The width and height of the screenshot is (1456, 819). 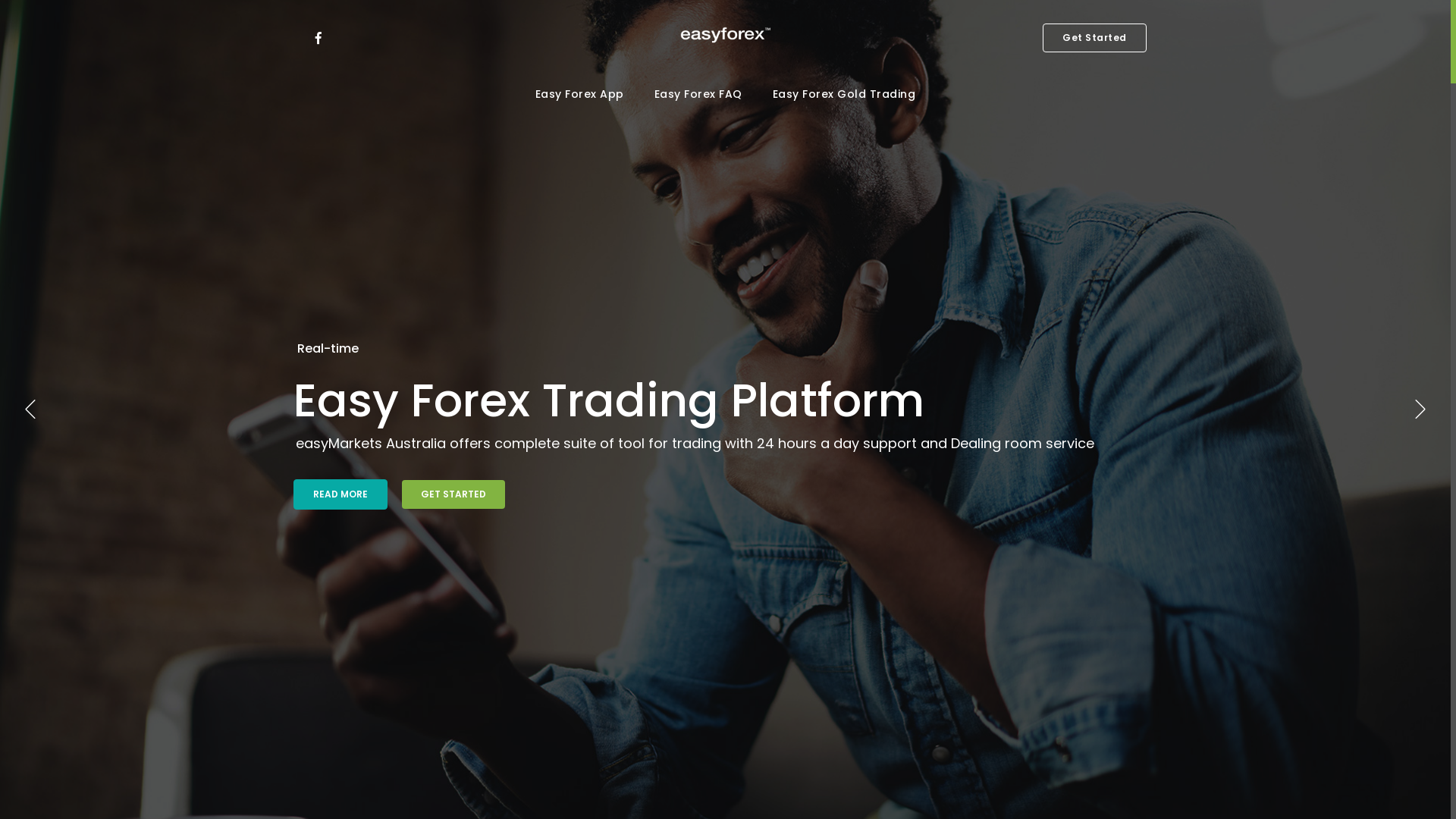 I want to click on 'Easy Forex Gold Trading', so click(x=772, y=94).